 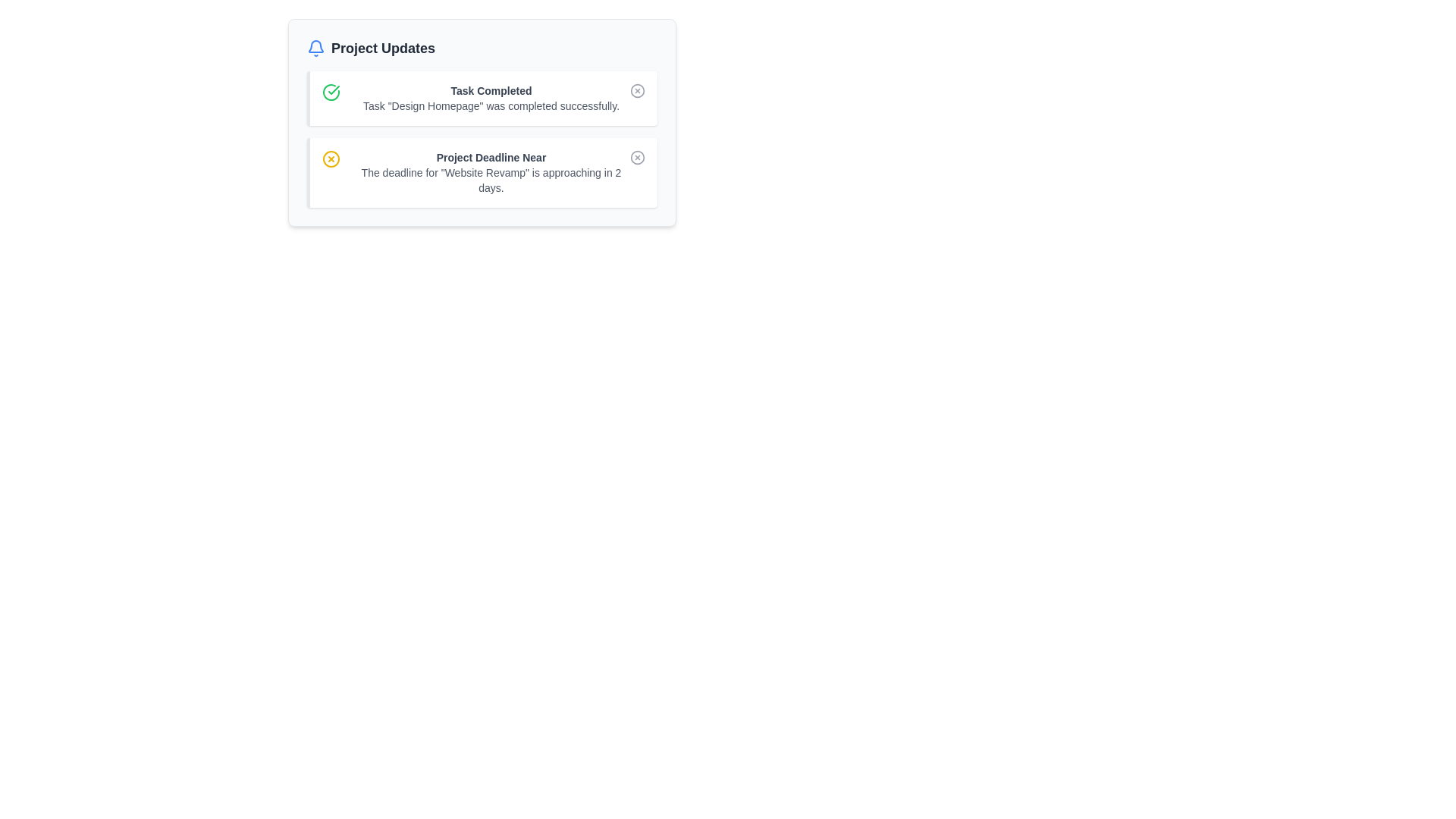 I want to click on the text element that reads 'The deadline for "Website Revamp" is approaching in 2 days.' located below the heading 'Project Deadline Near' in the 'Project Updates' section, so click(x=491, y=180).